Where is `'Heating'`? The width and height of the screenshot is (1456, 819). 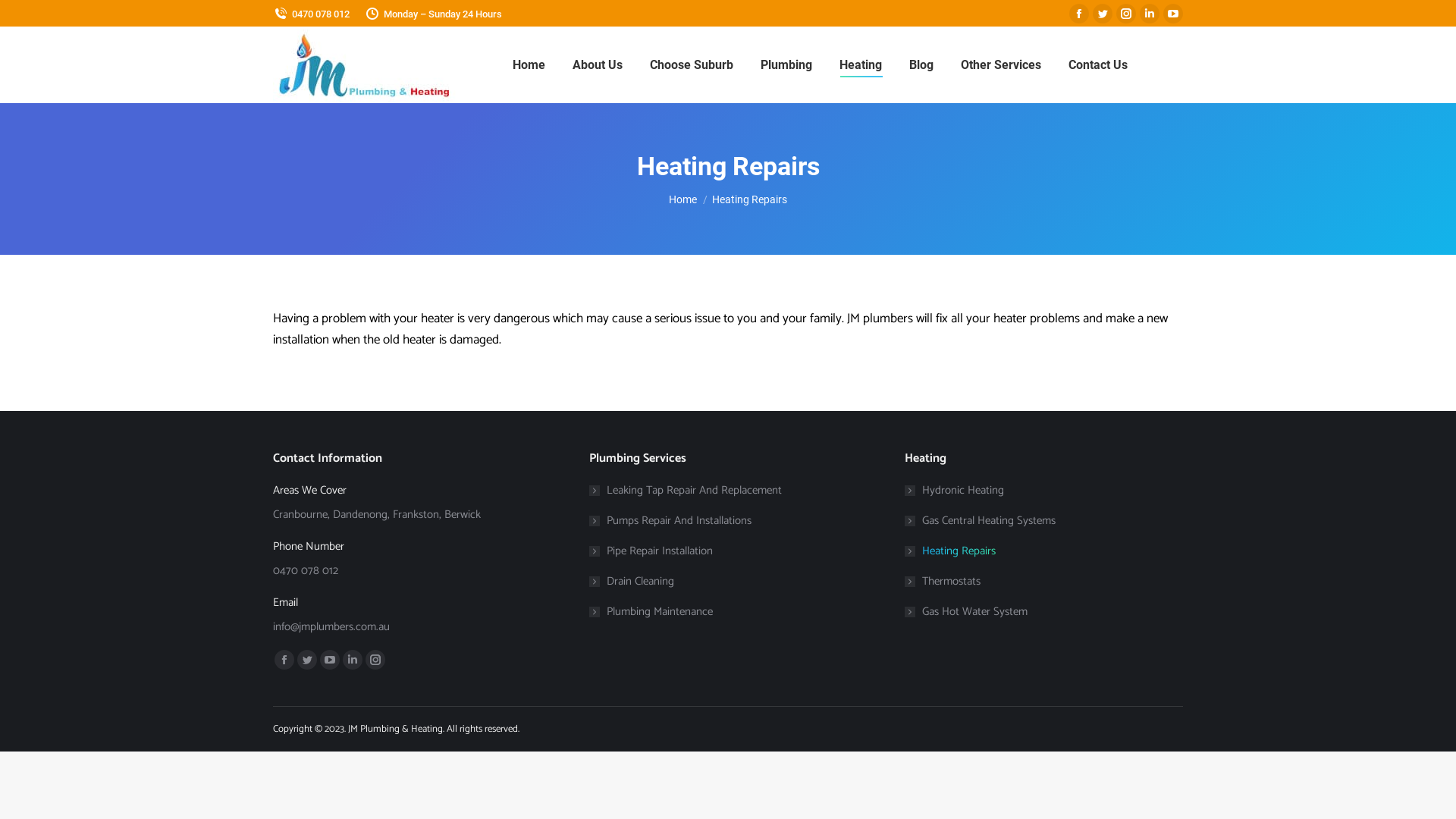 'Heating' is located at coordinates (859, 64).